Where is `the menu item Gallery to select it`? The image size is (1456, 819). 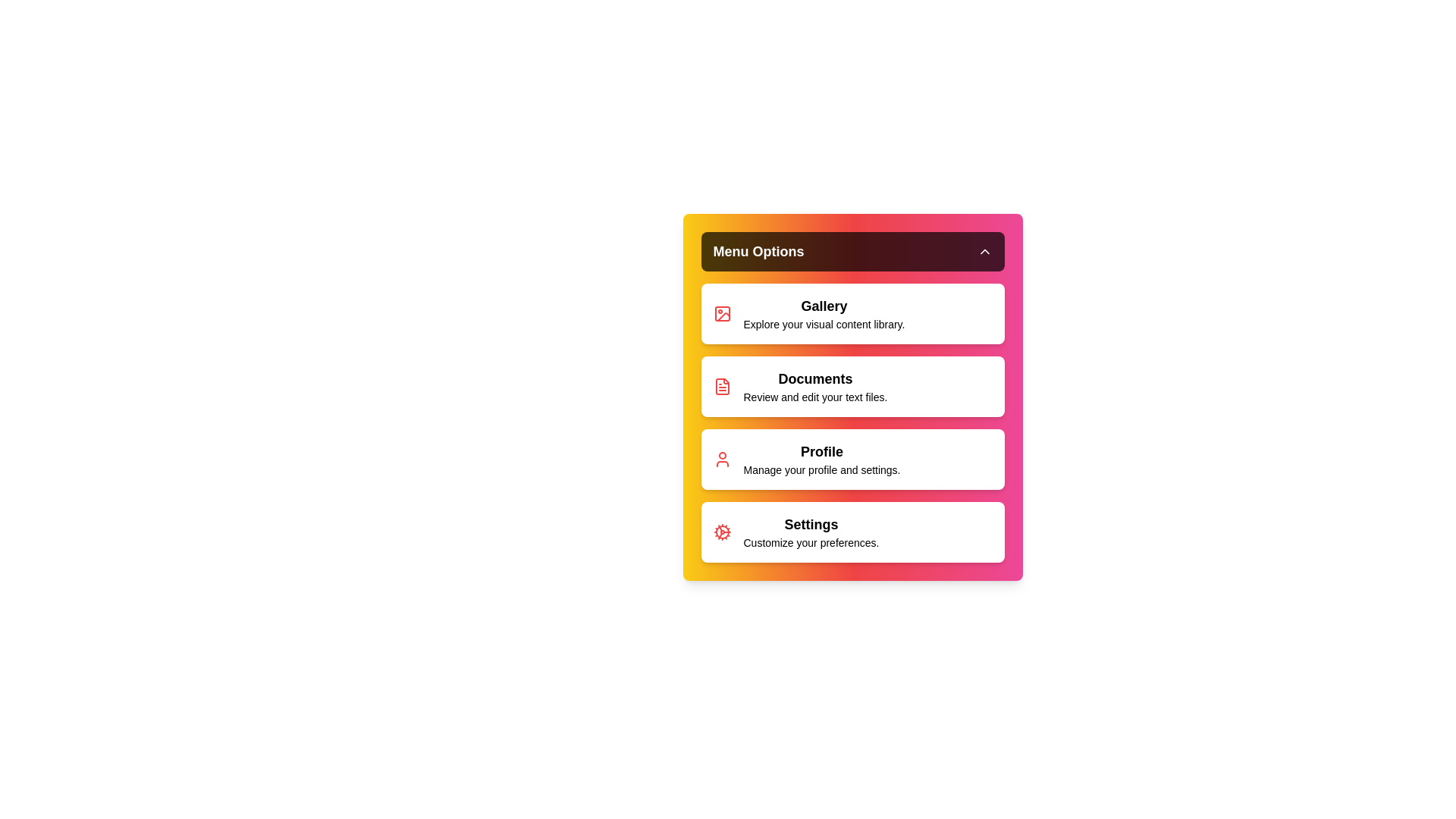 the menu item Gallery to select it is located at coordinates (852, 312).